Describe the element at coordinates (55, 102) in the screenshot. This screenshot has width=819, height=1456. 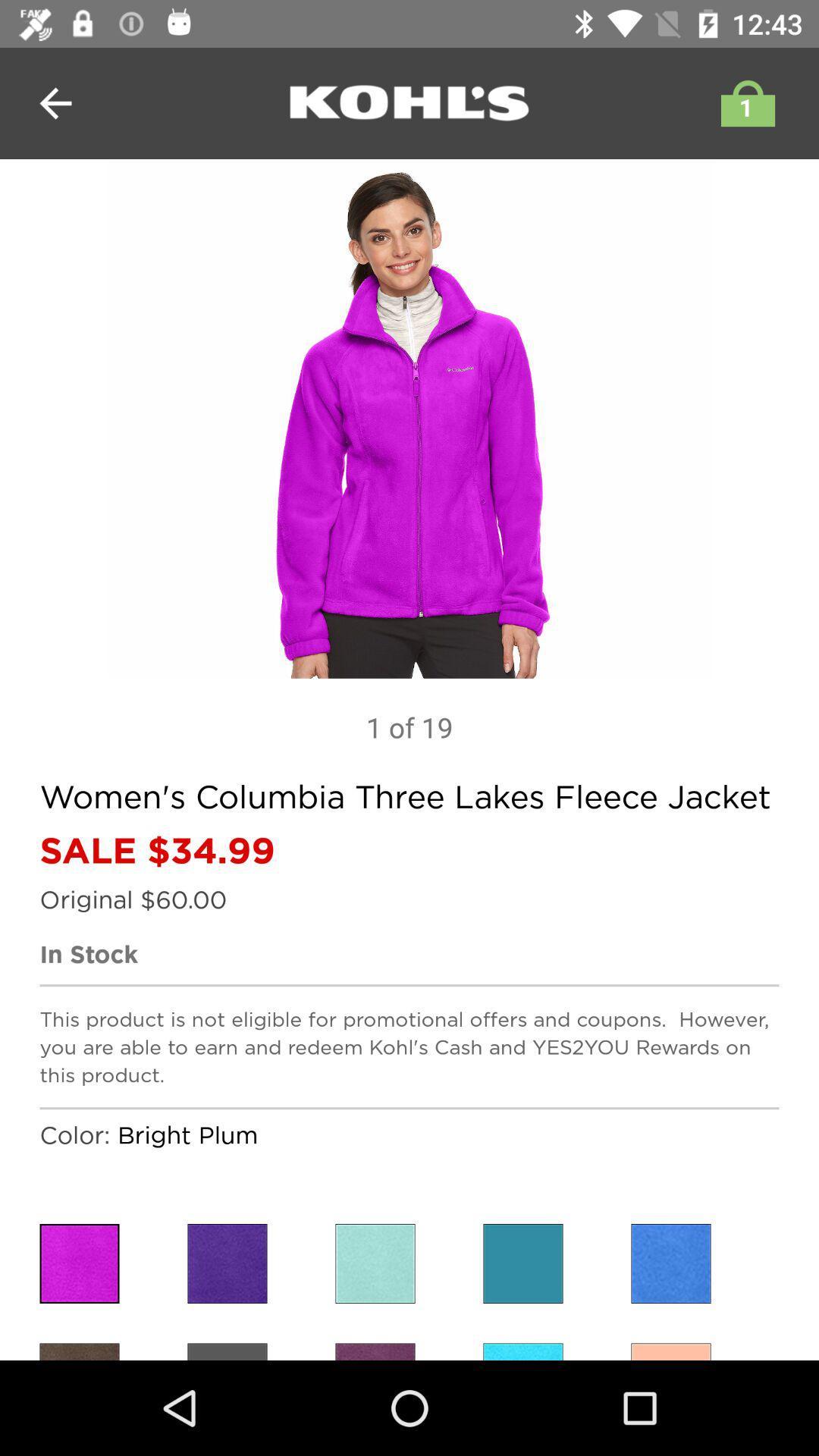
I see `the arrow_backward icon` at that location.